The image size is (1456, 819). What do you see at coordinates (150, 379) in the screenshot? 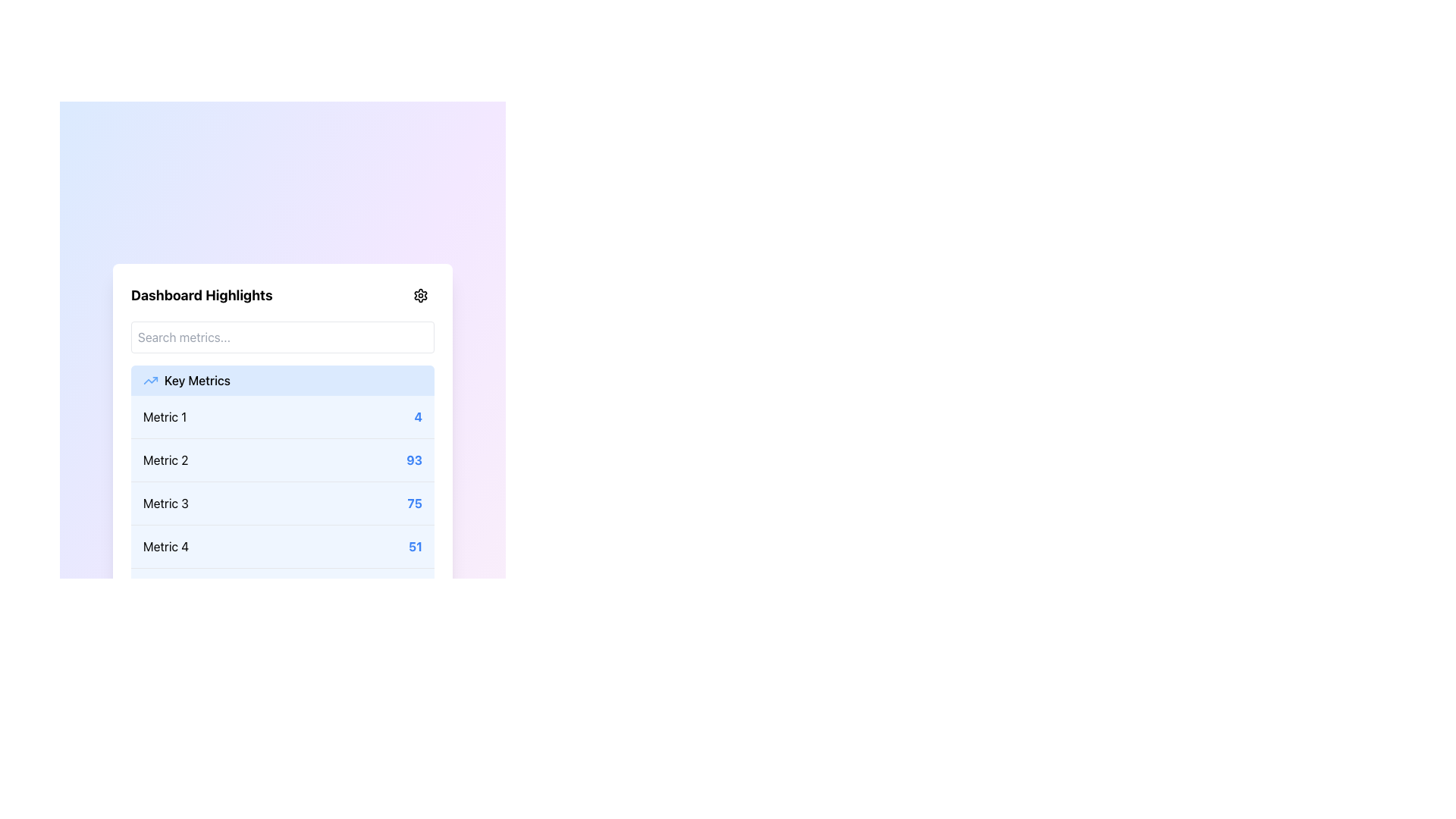
I see `the small upward trending blue arrow icon located to the left of the 'Key Metrics' text` at bounding box center [150, 379].